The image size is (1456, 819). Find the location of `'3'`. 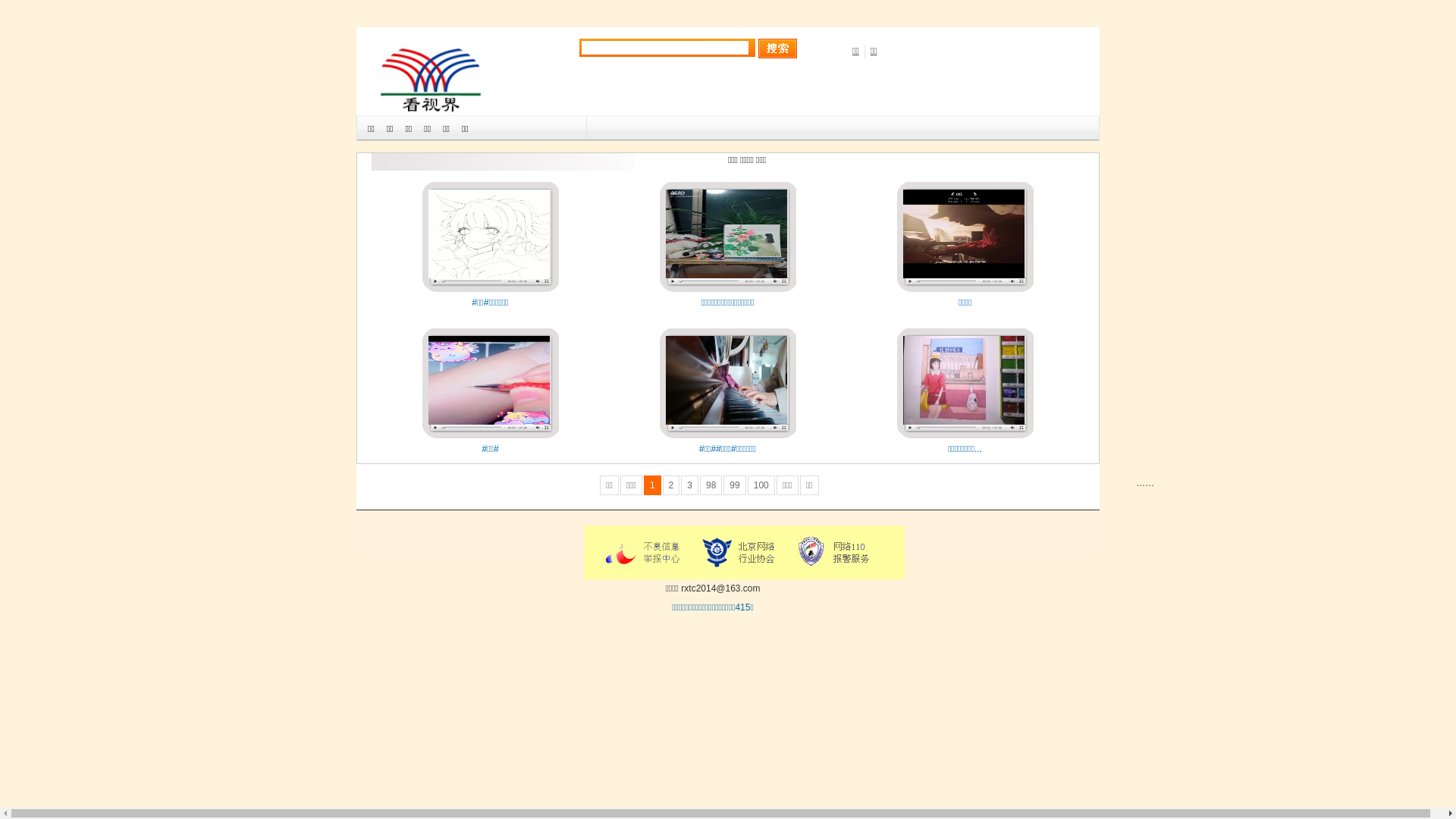

'3' is located at coordinates (689, 485).